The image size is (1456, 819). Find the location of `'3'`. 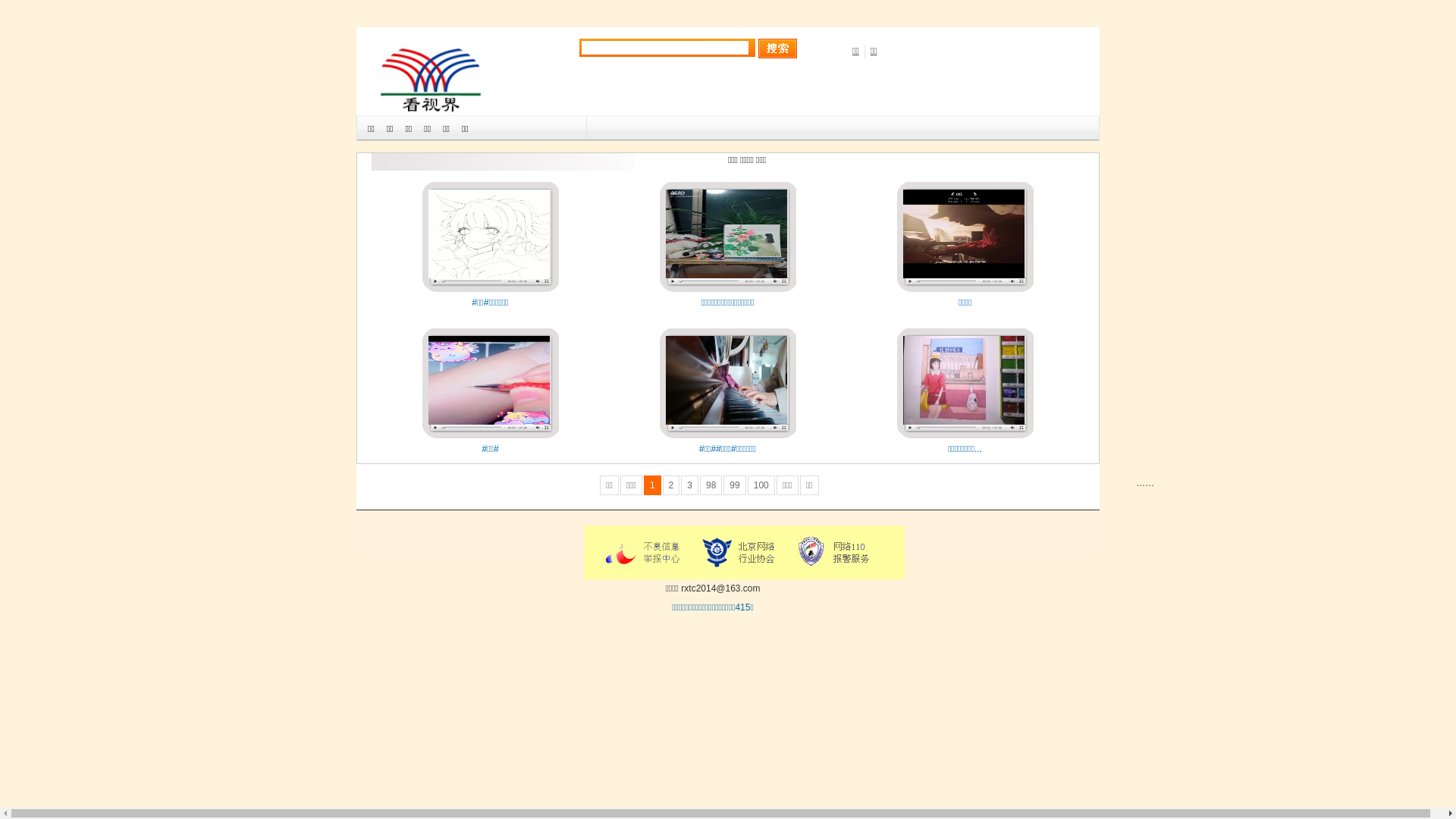

'3' is located at coordinates (689, 485).